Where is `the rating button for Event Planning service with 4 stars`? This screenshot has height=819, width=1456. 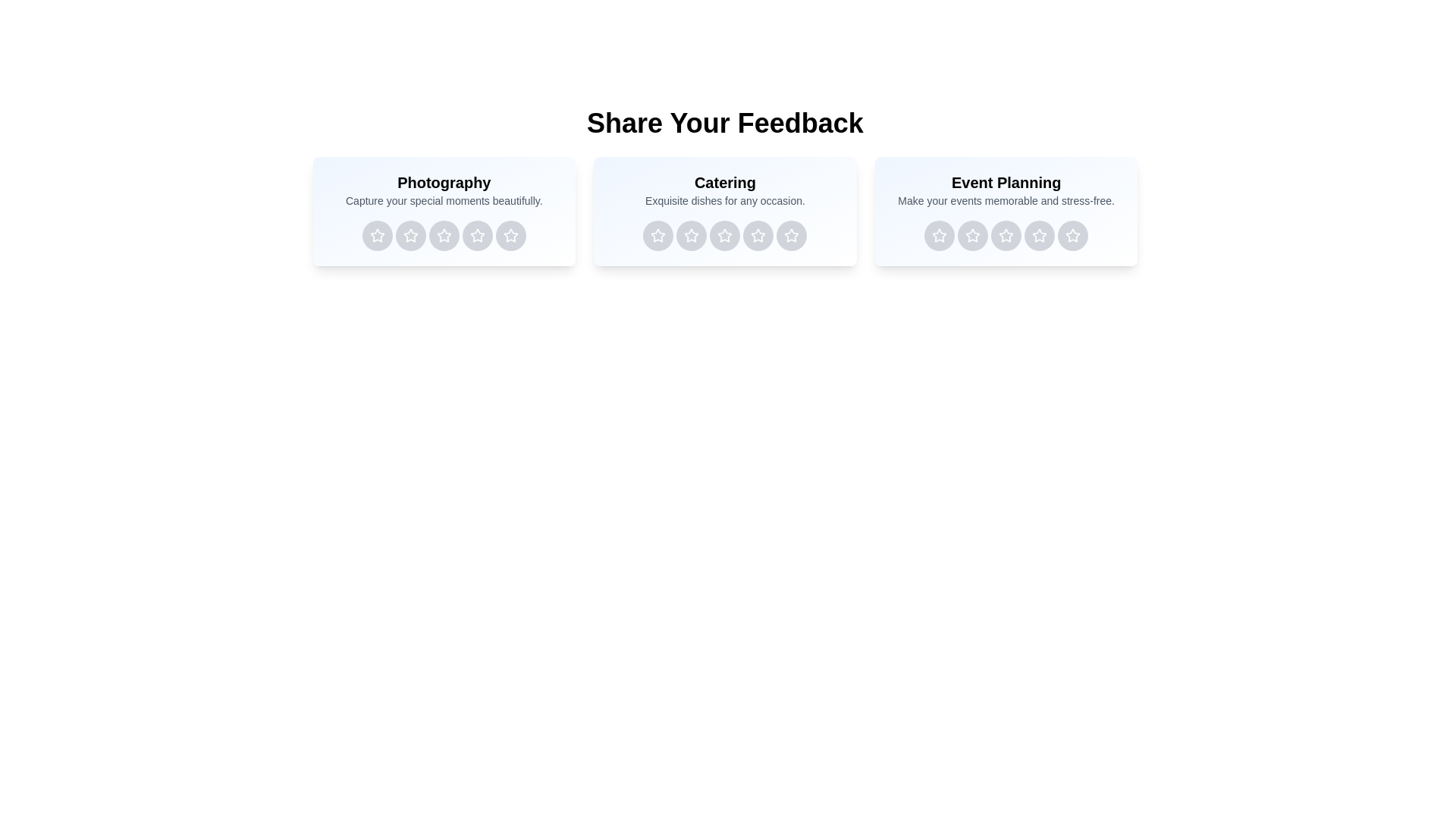 the rating button for Event Planning service with 4 stars is located at coordinates (1039, 236).